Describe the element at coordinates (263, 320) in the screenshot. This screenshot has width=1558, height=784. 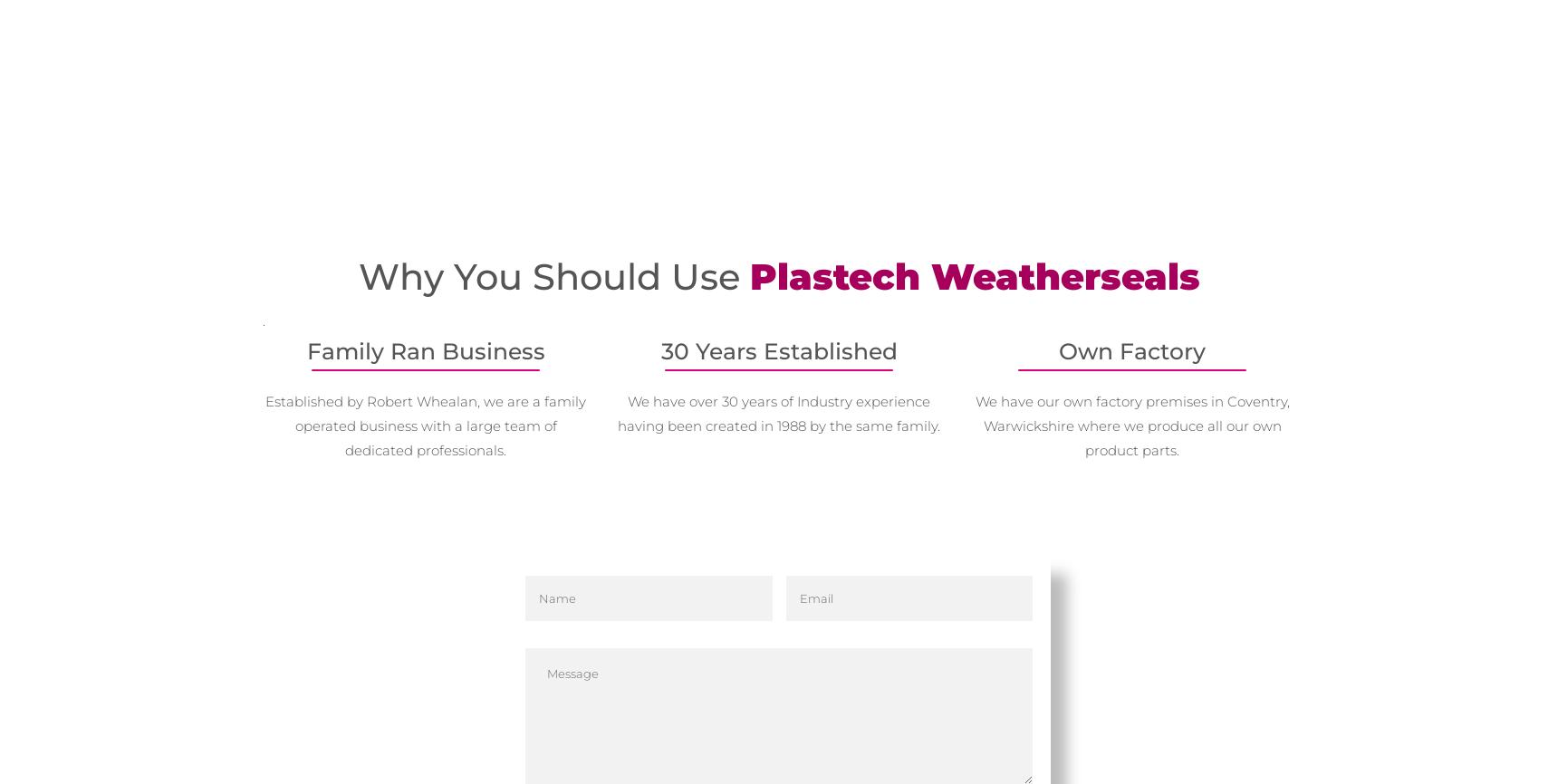
I see `'.'` at that location.